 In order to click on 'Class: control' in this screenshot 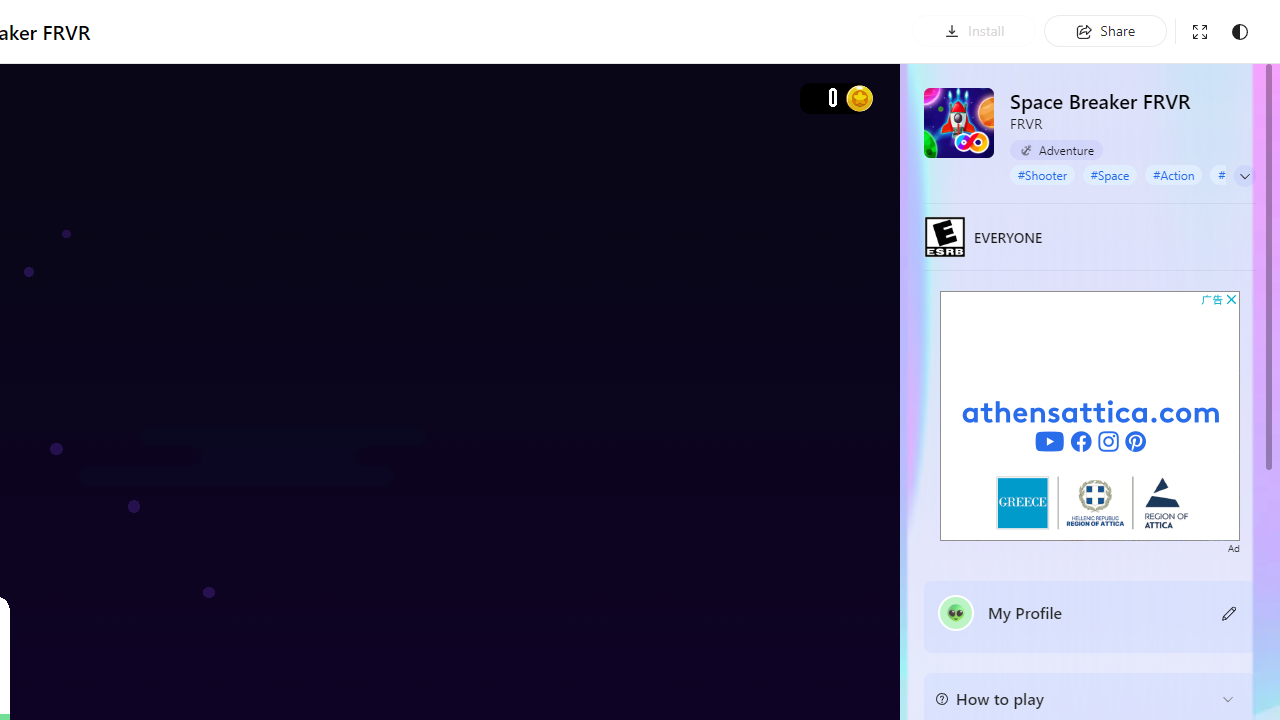, I will do `click(1244, 175)`.